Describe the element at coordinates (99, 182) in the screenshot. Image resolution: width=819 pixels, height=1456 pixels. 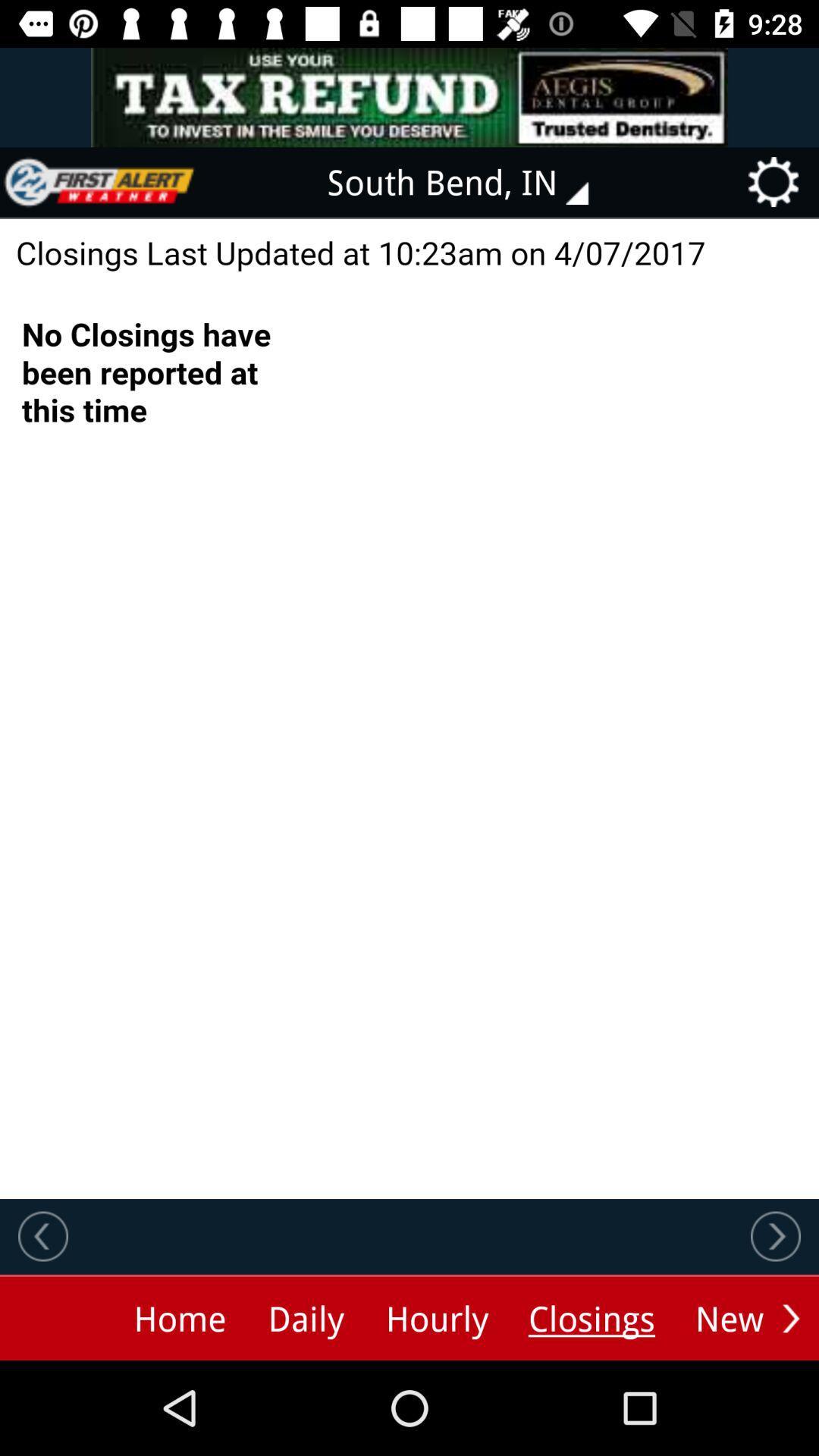
I see `the icon at the top left corner` at that location.